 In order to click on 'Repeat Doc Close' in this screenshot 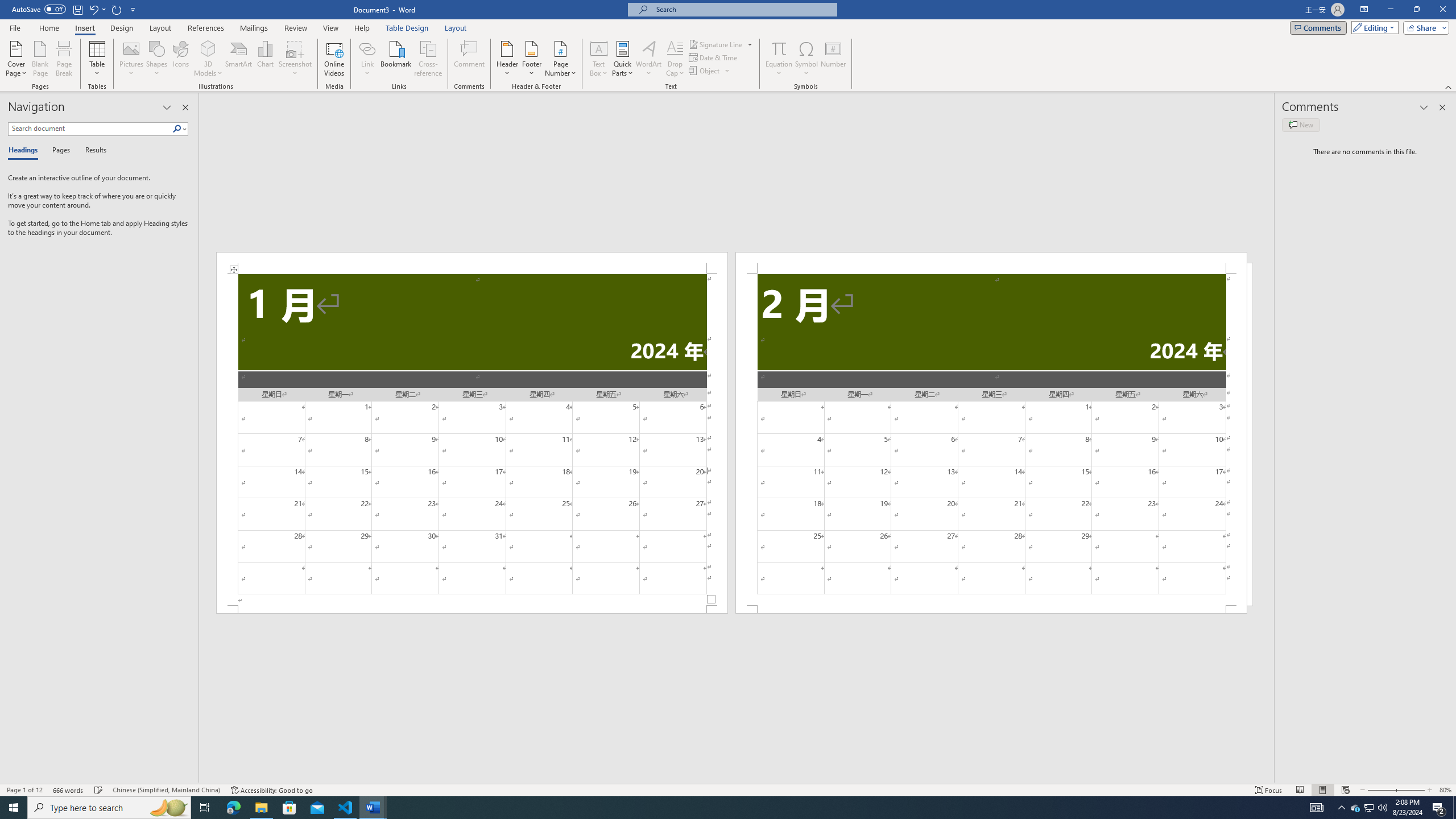, I will do `click(117, 9)`.